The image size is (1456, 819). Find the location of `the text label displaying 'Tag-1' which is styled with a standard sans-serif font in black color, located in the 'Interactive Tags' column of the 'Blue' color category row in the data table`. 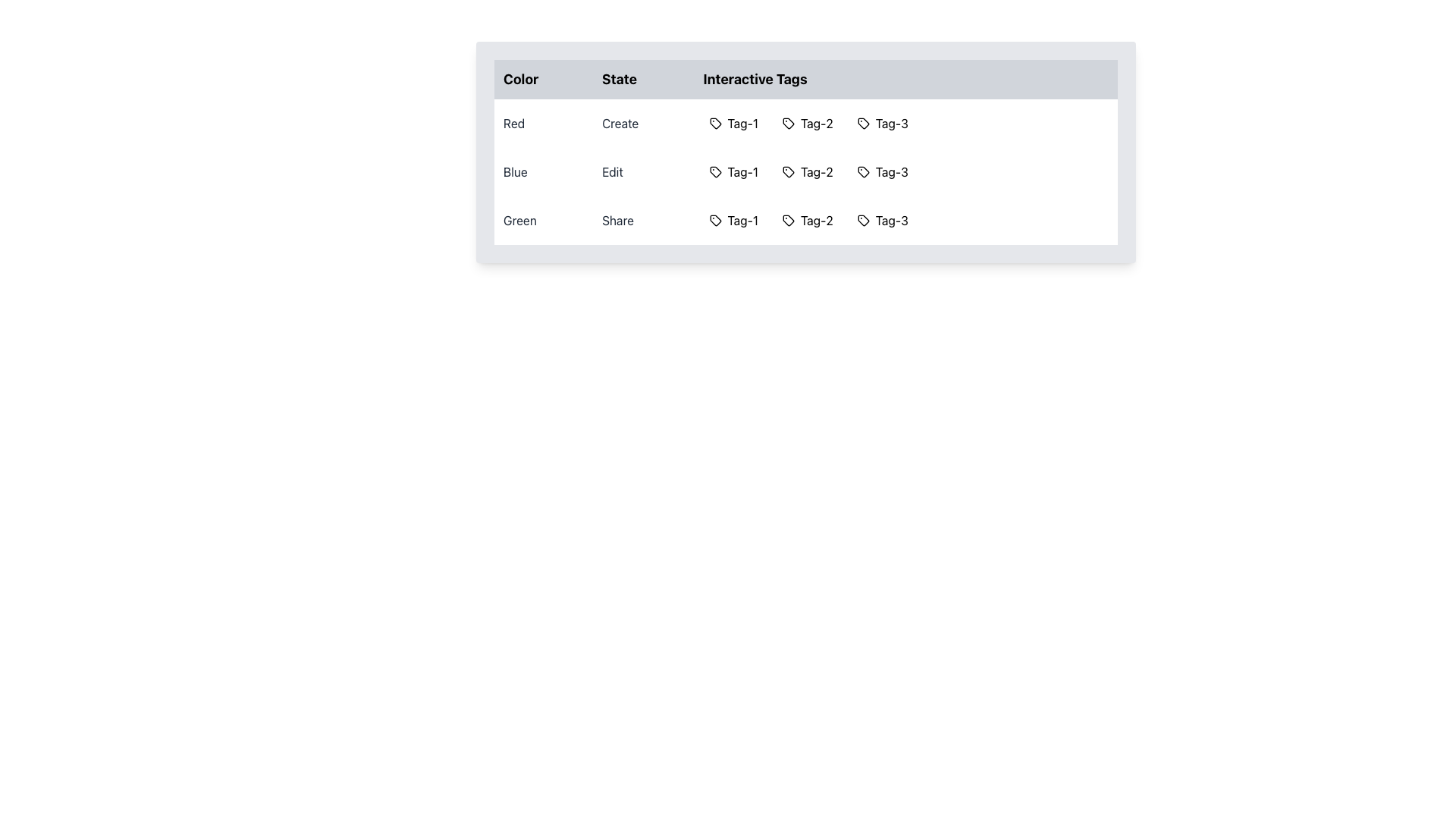

the text label displaying 'Tag-1' which is styled with a standard sans-serif font in black color, located in the 'Interactive Tags' column of the 'Blue' color category row in the data table is located at coordinates (742, 171).